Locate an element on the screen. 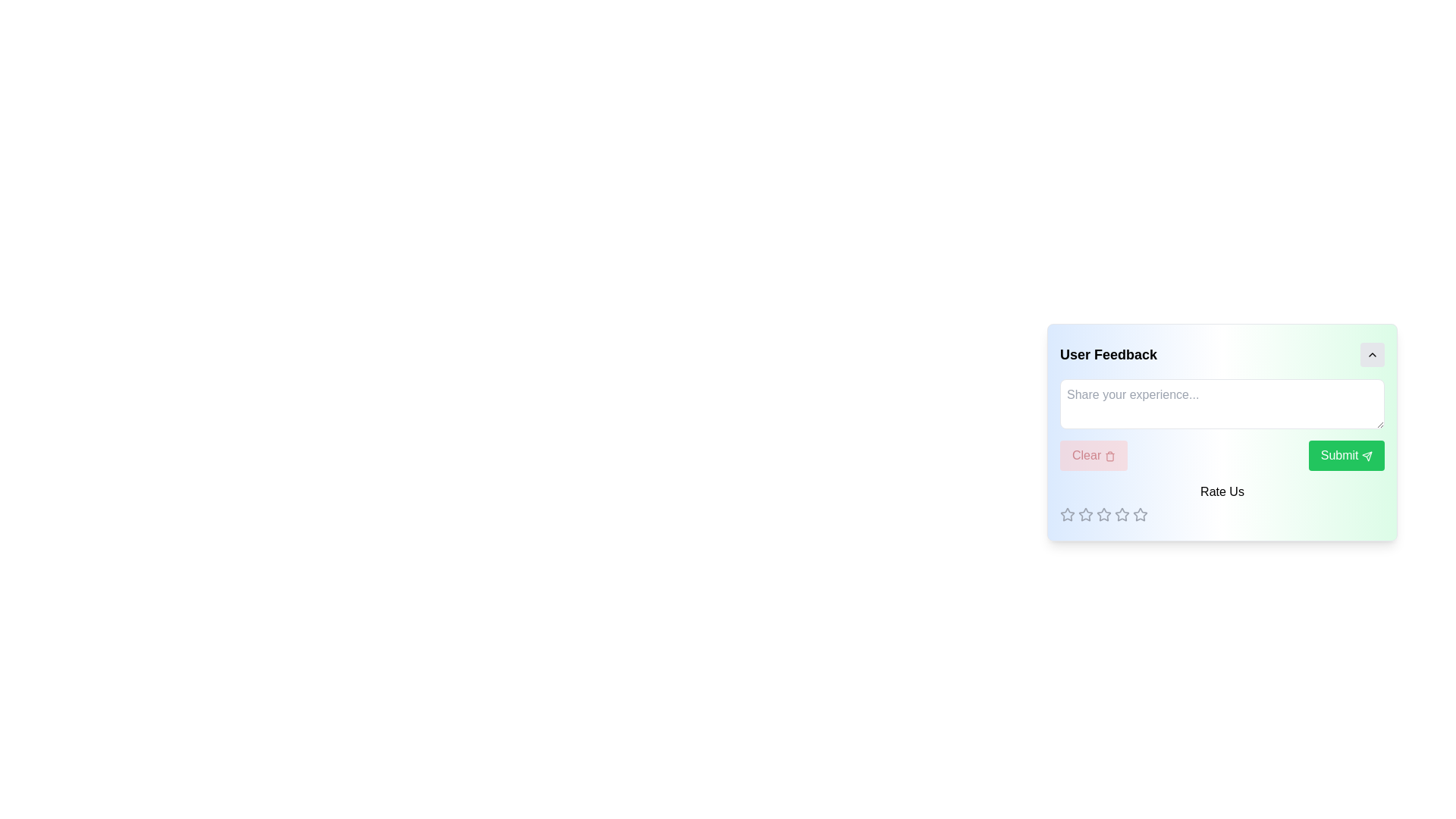 The image size is (1456, 819). the 'Rate Us' text label, which is styled in bold and located above a row of star icons, within a form-like section at the bottom of the page is located at coordinates (1222, 503).